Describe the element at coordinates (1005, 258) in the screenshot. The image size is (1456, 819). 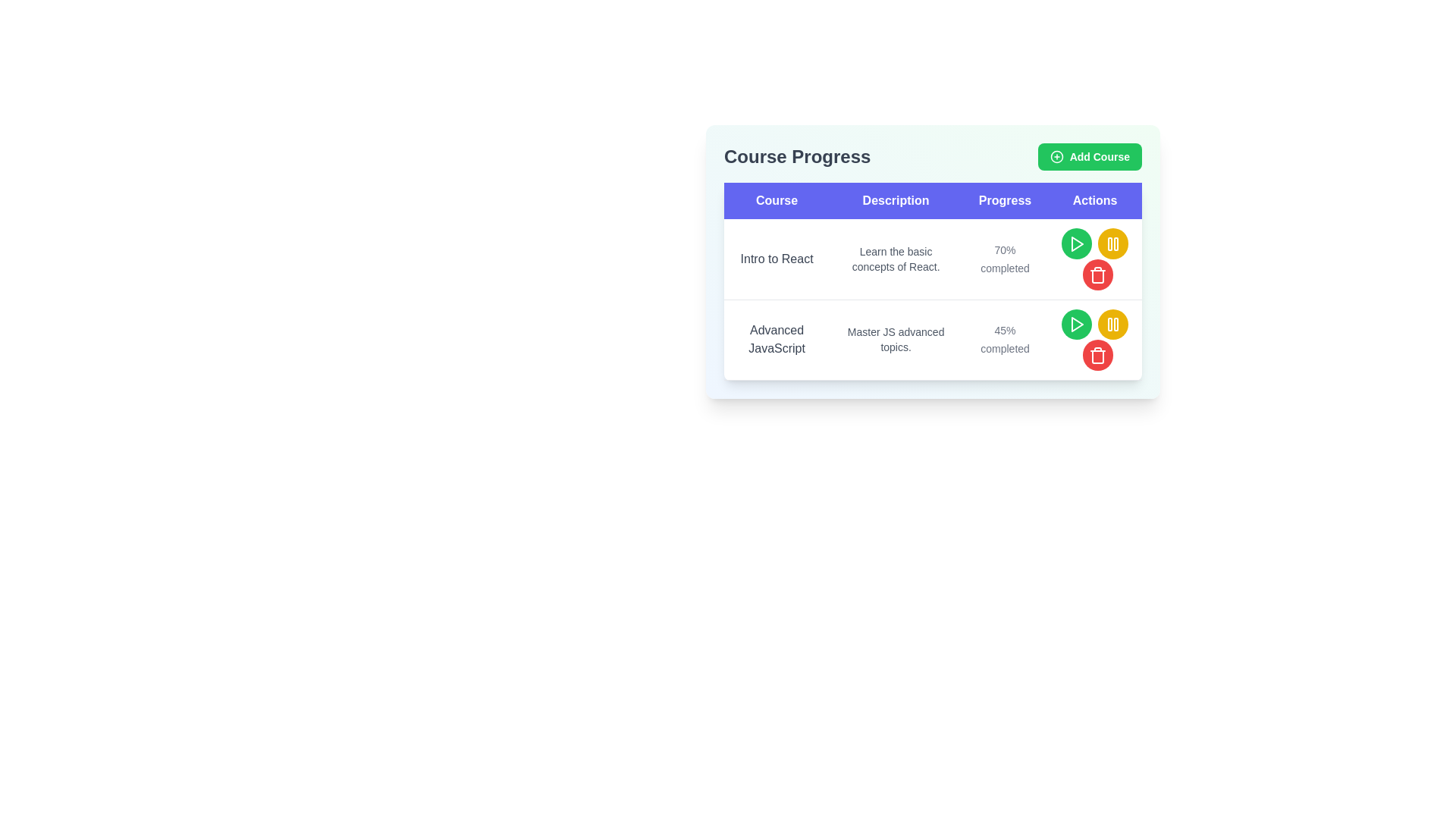
I see `the static text element indicating '70% completed' in the Progress column of the course listing interface` at that location.